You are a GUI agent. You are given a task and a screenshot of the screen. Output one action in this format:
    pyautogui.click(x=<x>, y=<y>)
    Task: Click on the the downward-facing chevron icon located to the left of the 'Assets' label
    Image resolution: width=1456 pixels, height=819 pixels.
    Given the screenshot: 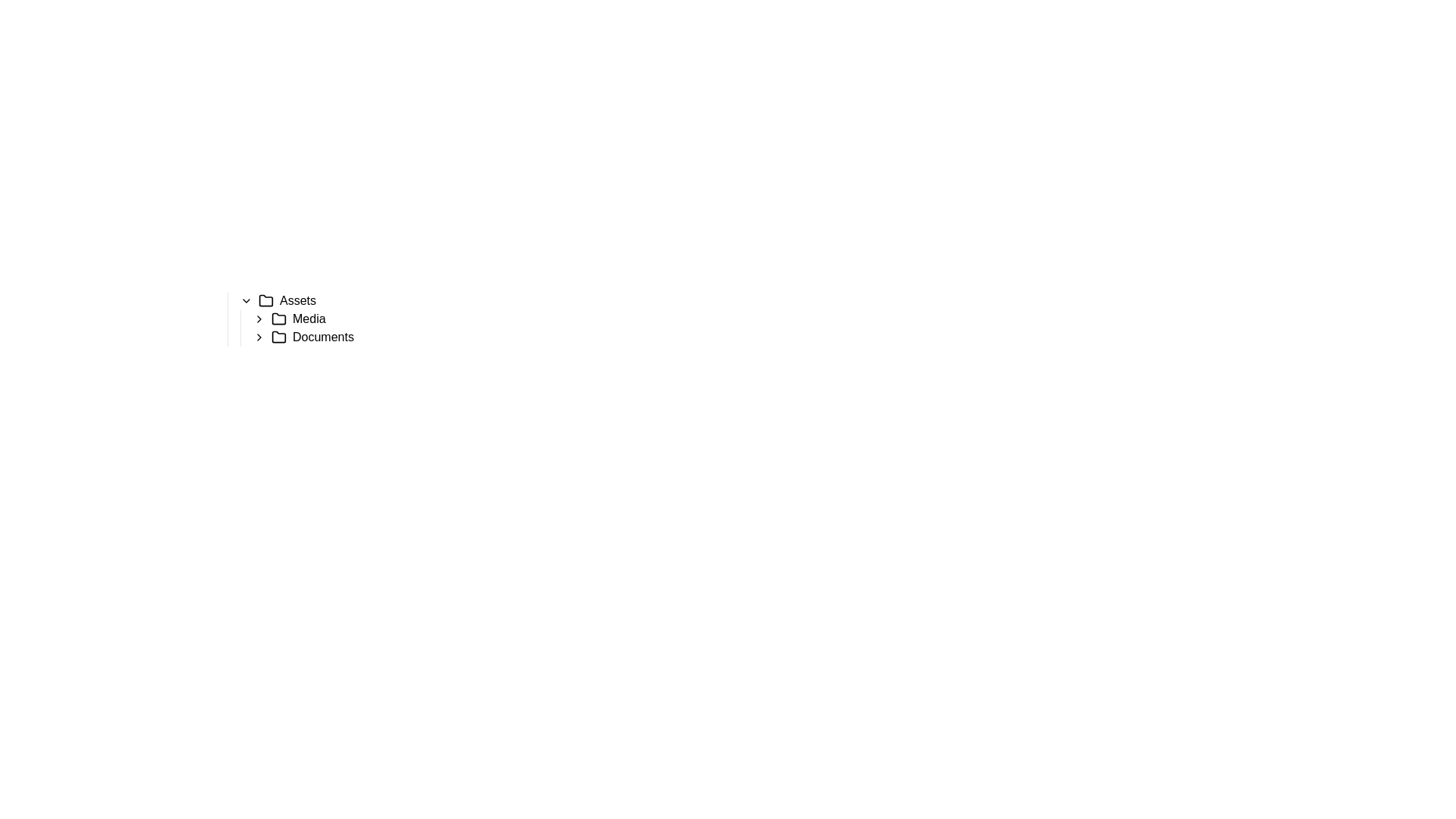 What is the action you would take?
    pyautogui.click(x=246, y=301)
    